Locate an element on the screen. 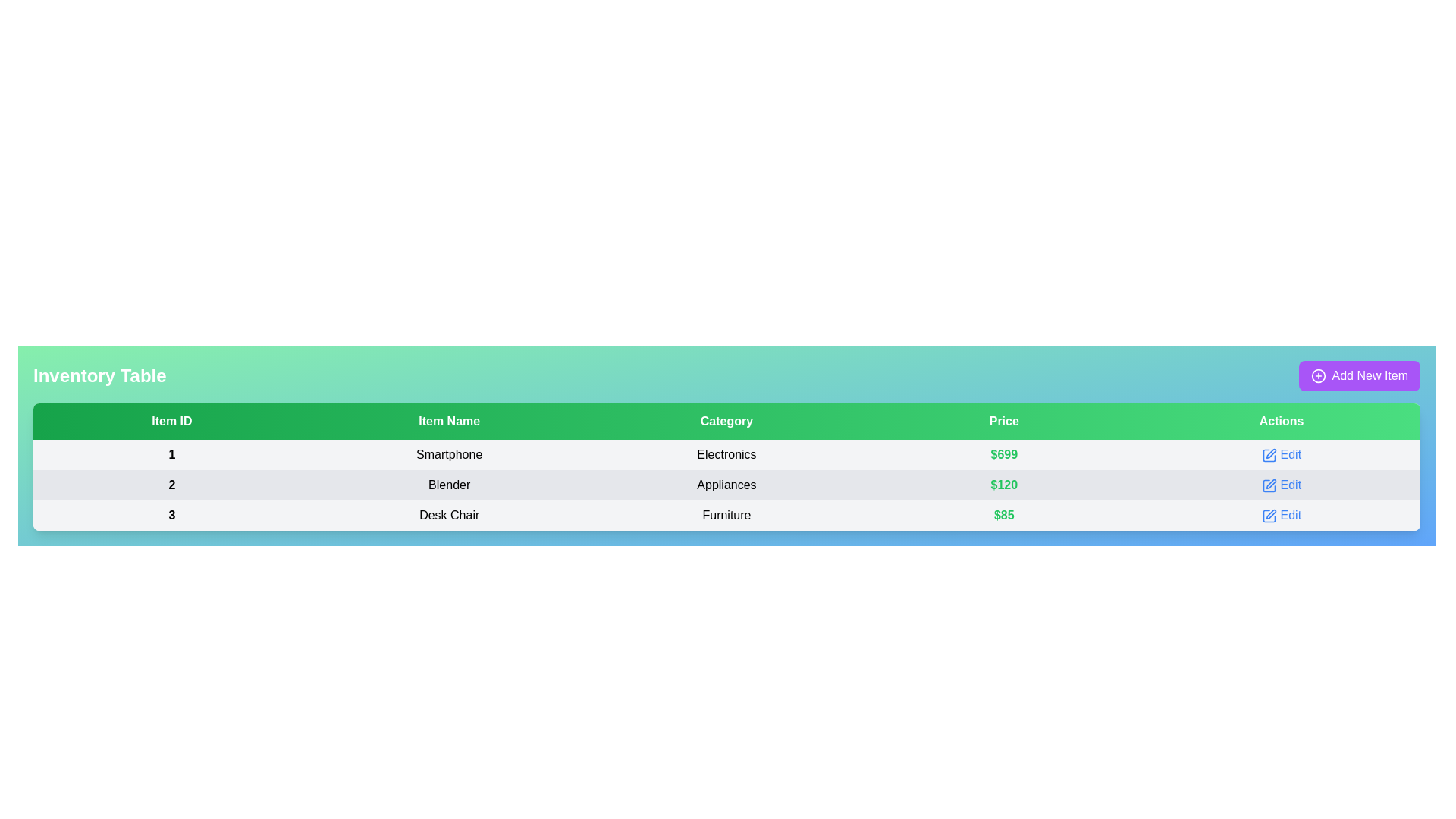  the pen icon located to the left of the text 'Edit' in the 'Edit' button, which is the last item in the 'Actions' column of the third row in the table is located at coordinates (1269, 515).